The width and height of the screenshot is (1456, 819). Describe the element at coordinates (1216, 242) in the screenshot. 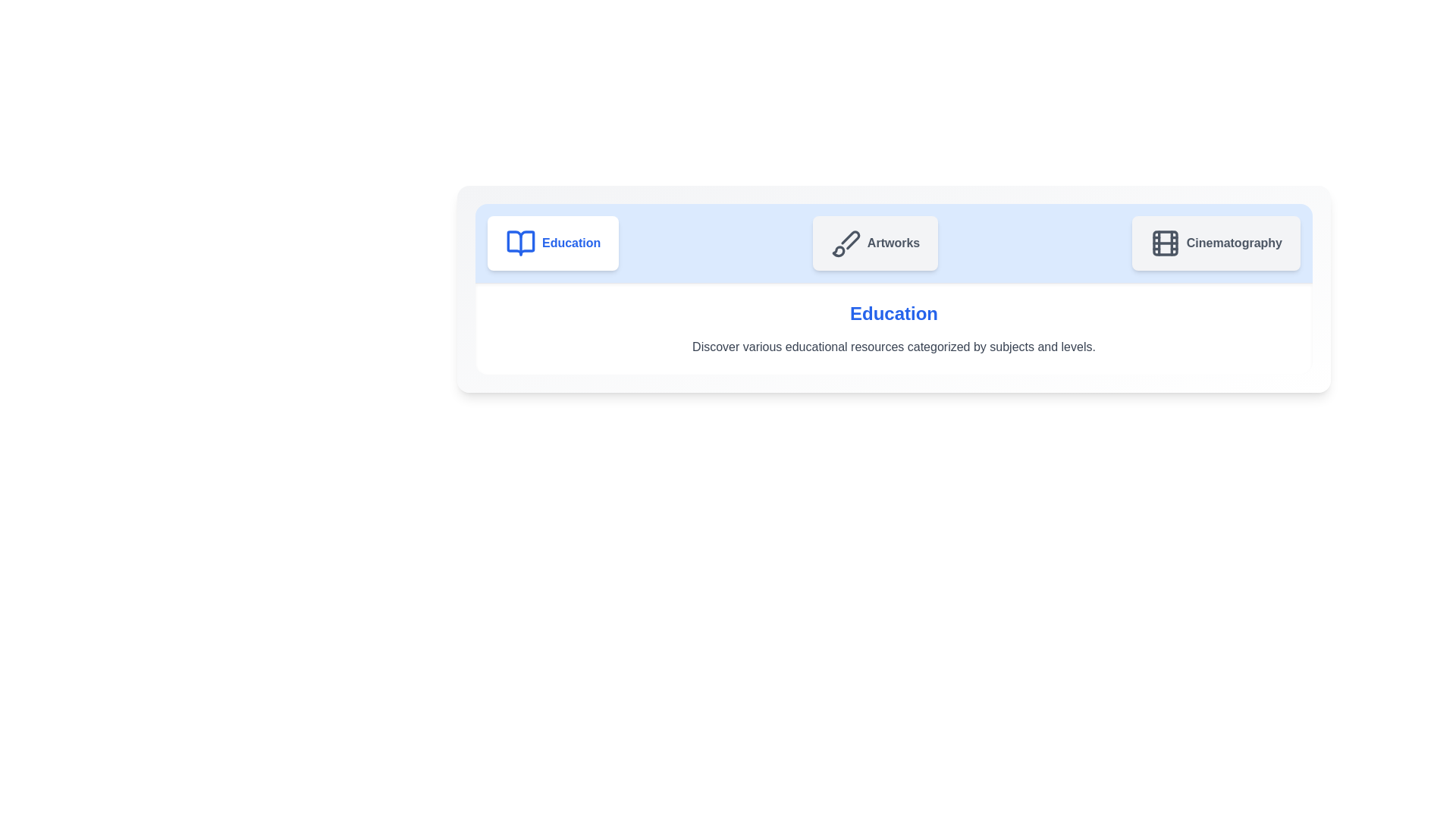

I see `the Cinematography tab to navigate to its content` at that location.